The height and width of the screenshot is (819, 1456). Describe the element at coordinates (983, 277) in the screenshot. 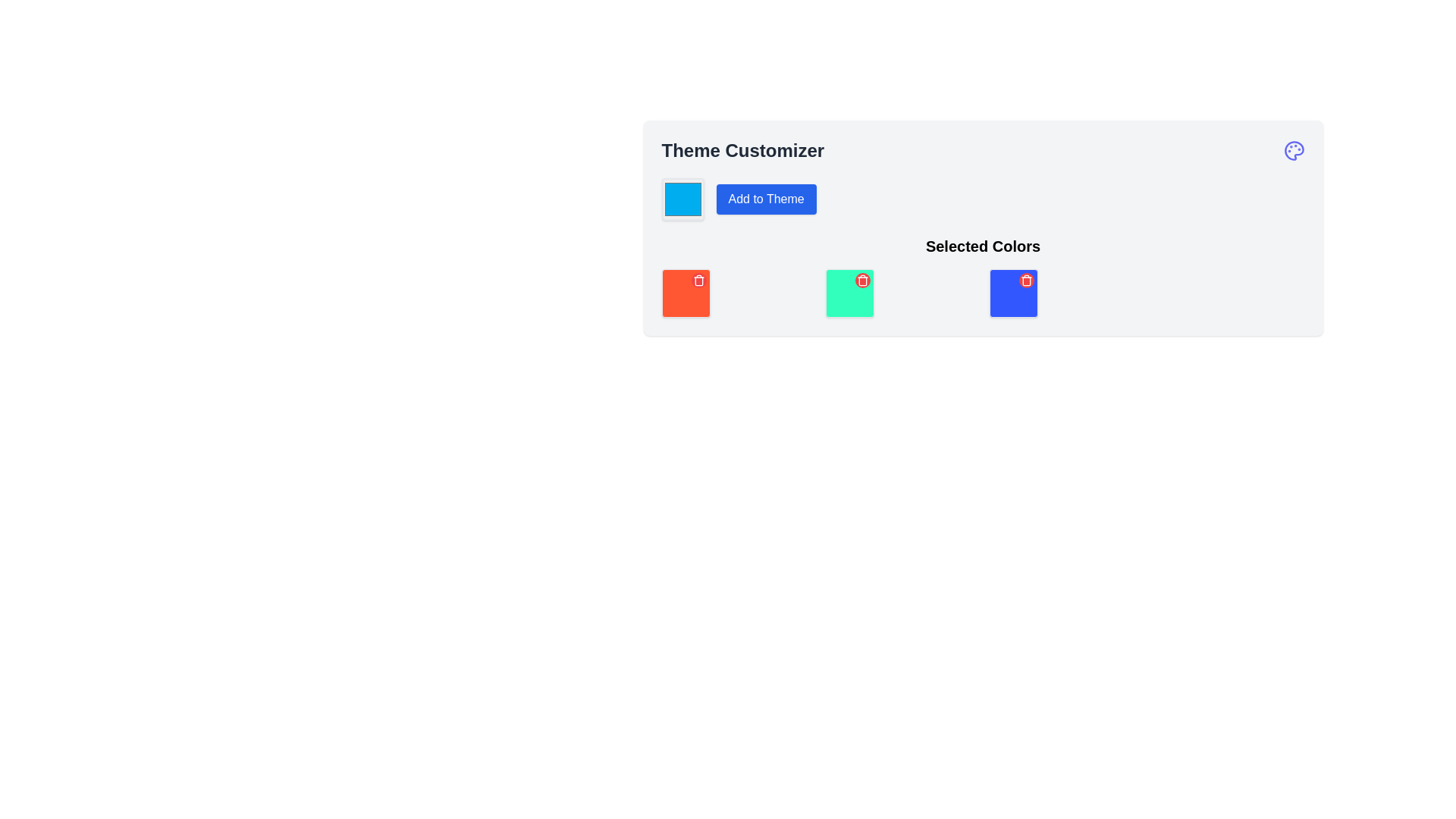

I see `the bold heading text label 'Selected Colors' located in the 'Theme Customizer' section, positioned above the grid of colored boxes` at that location.